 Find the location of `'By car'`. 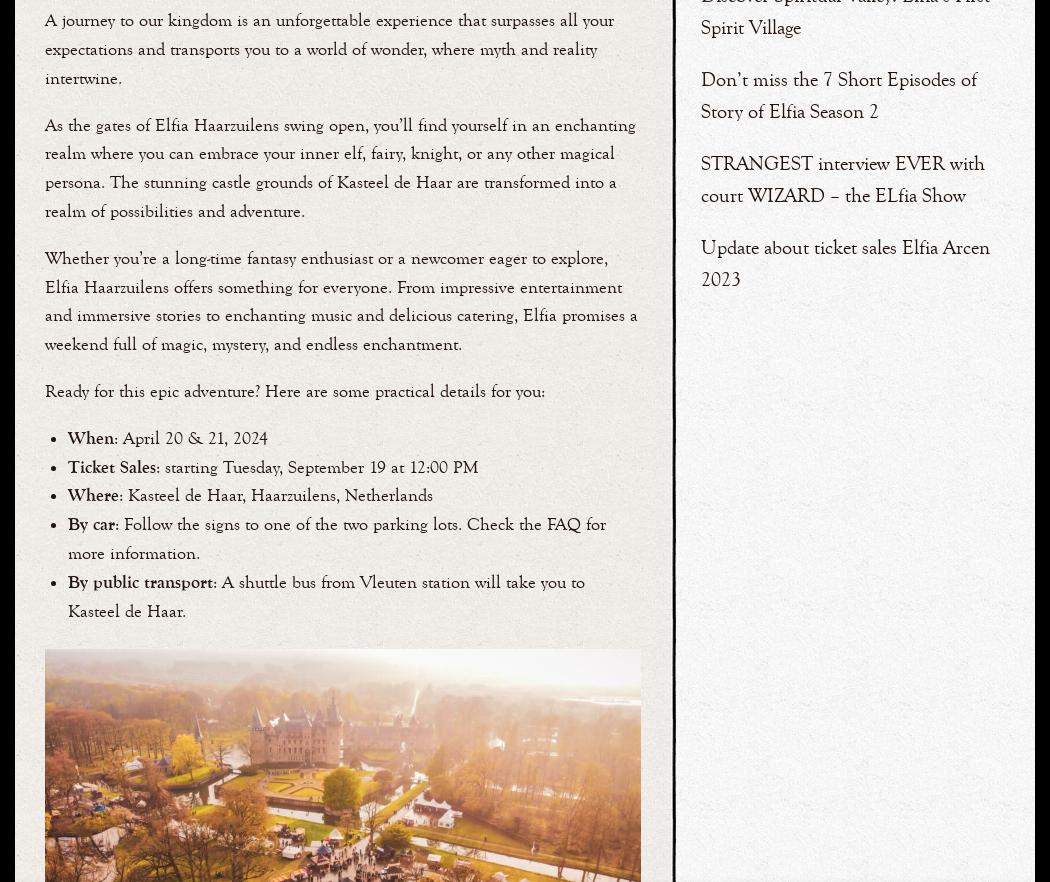

'By car' is located at coordinates (65, 524).